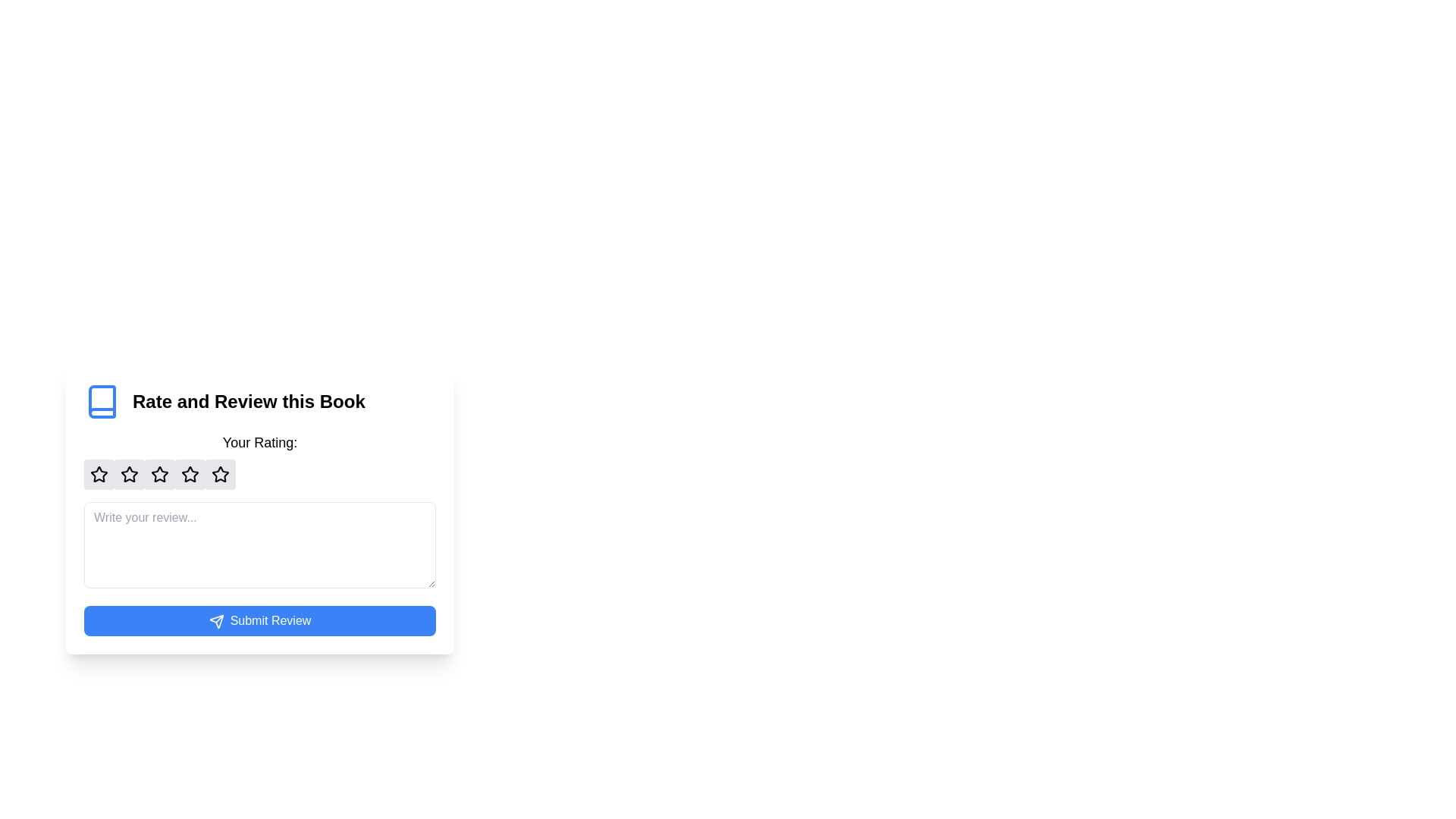 This screenshot has width=1456, height=819. I want to click on the first star icon button in the horizontal sequence of five stars under the 'Your Rating:' label, so click(98, 473).